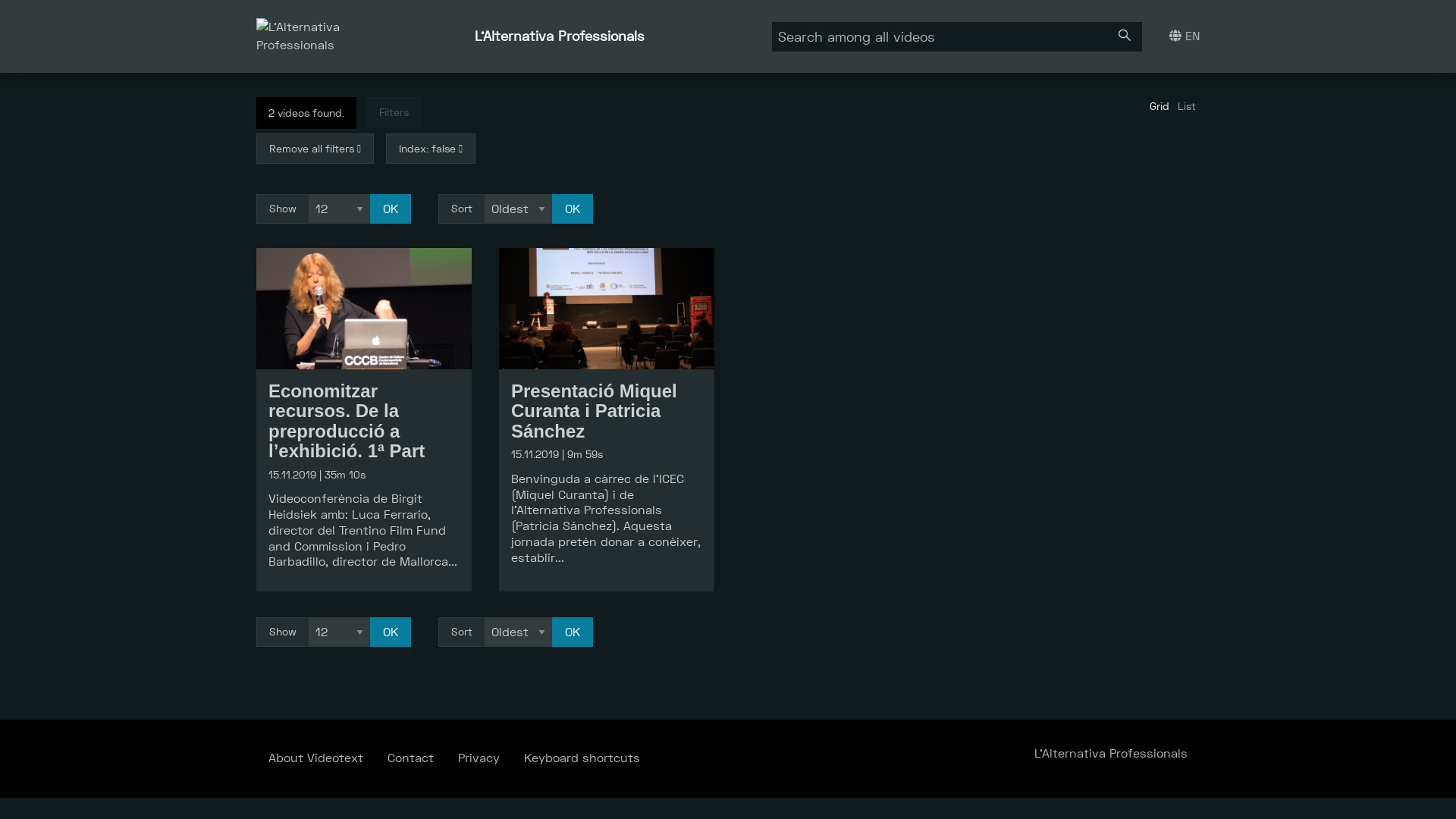 The image size is (1456, 819). Describe the element at coordinates (445, 758) in the screenshot. I see `'Privacy'` at that location.